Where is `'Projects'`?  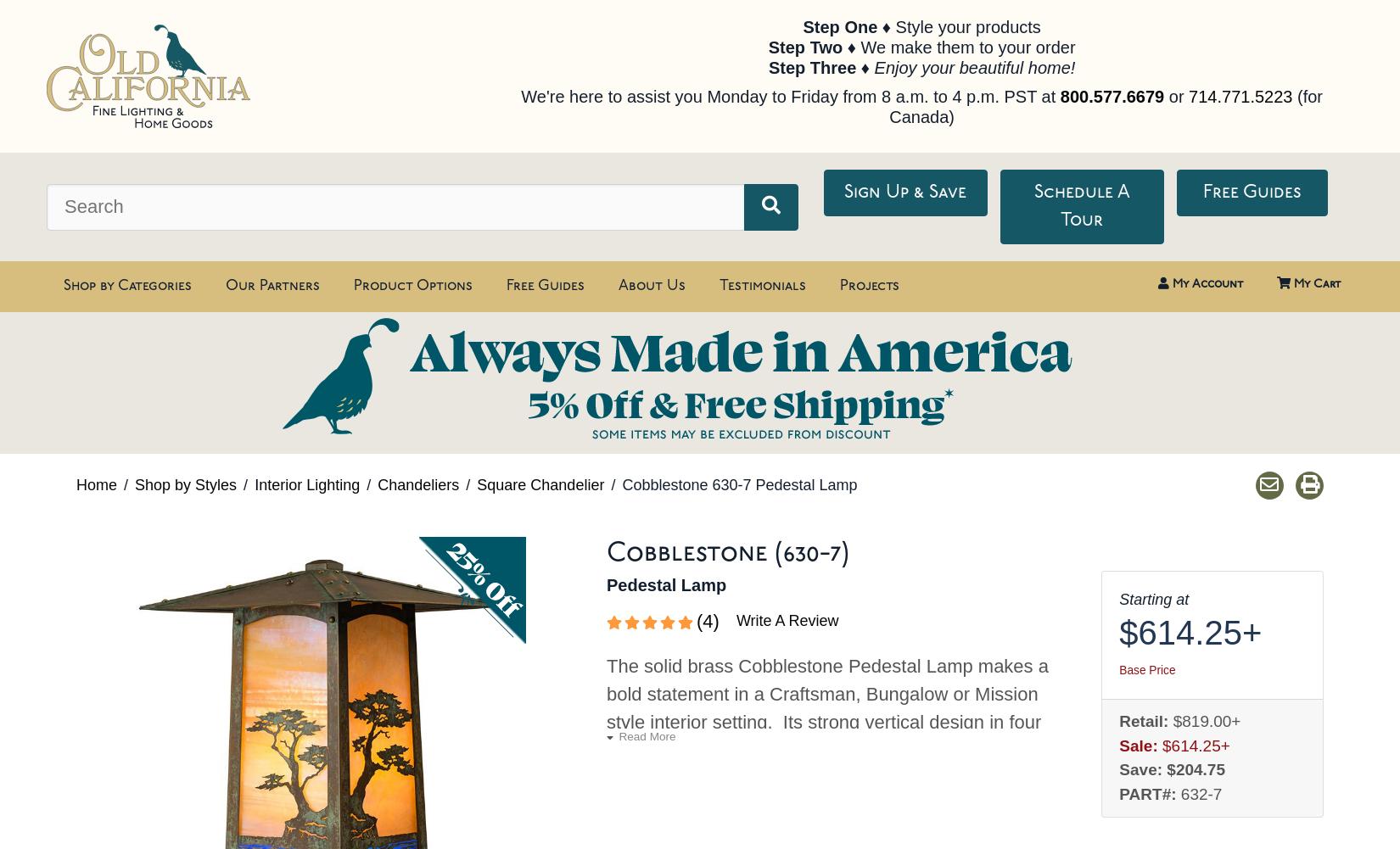 'Projects' is located at coordinates (869, 286).